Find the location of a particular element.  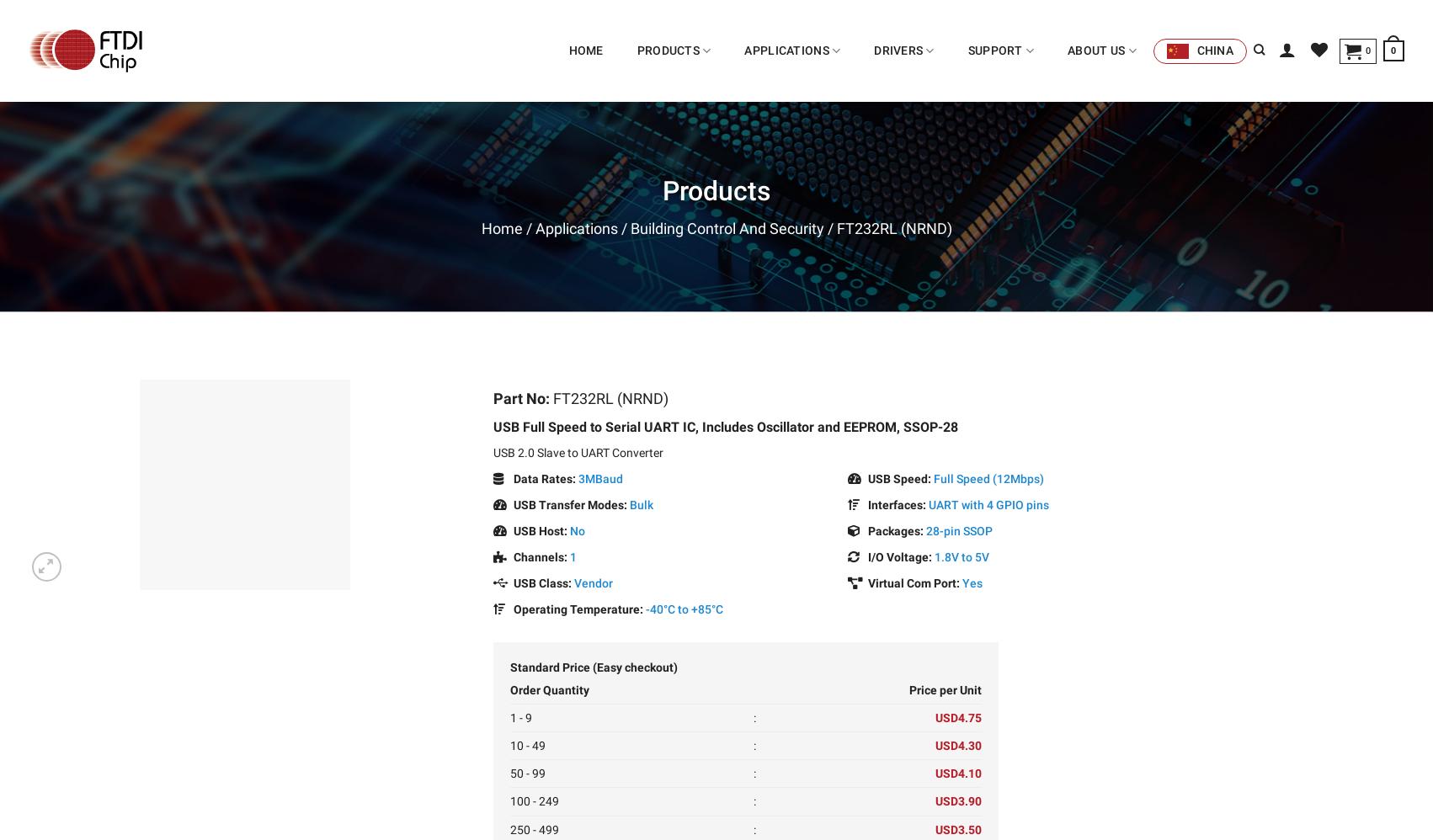

'4.30' is located at coordinates (969, 745).